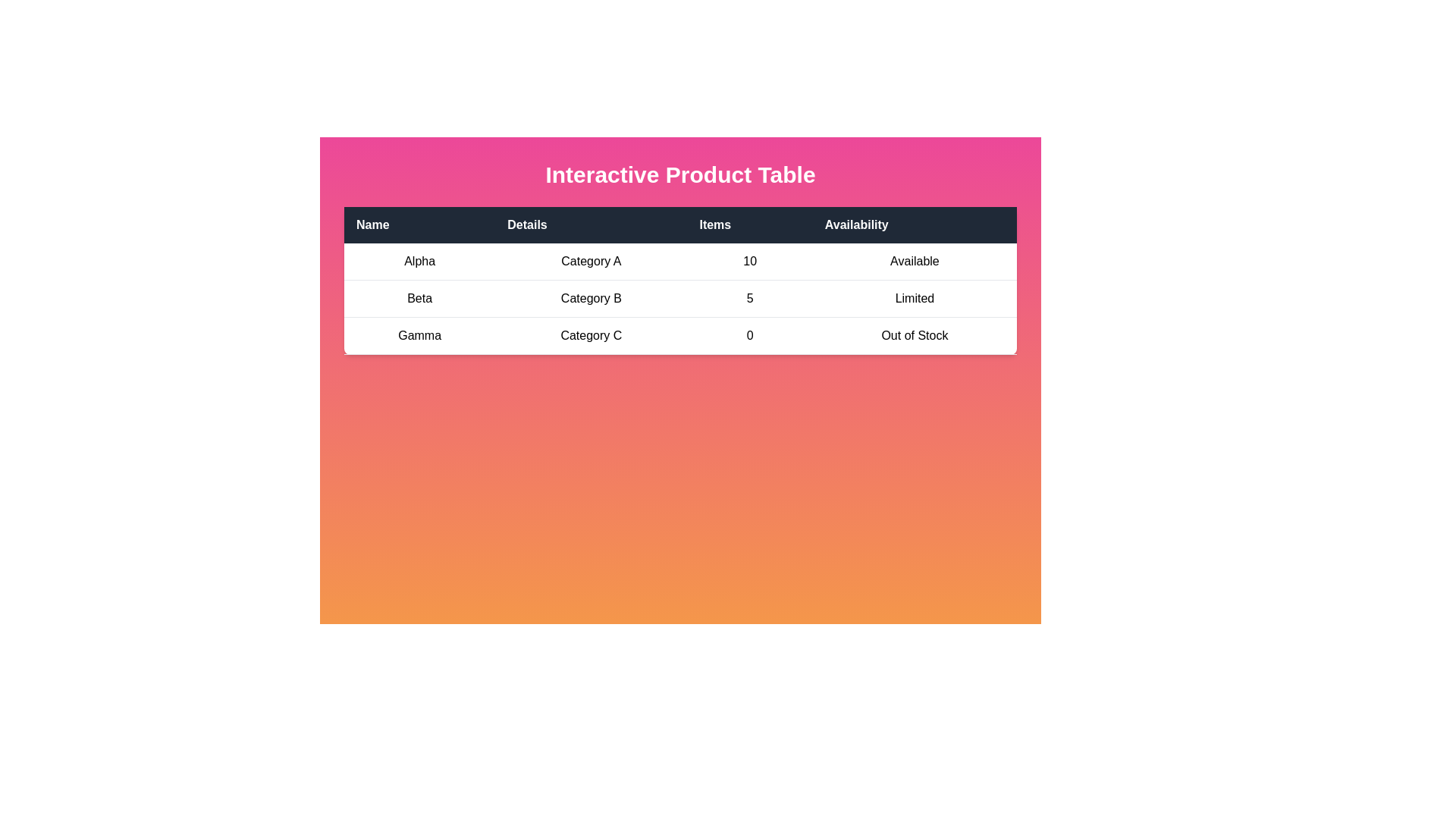 The height and width of the screenshot is (819, 1456). Describe the element at coordinates (419, 335) in the screenshot. I see `the text label displaying 'Gamma', which serves as a row header in the table located in the first column of the third row under the 'Name' column` at that location.